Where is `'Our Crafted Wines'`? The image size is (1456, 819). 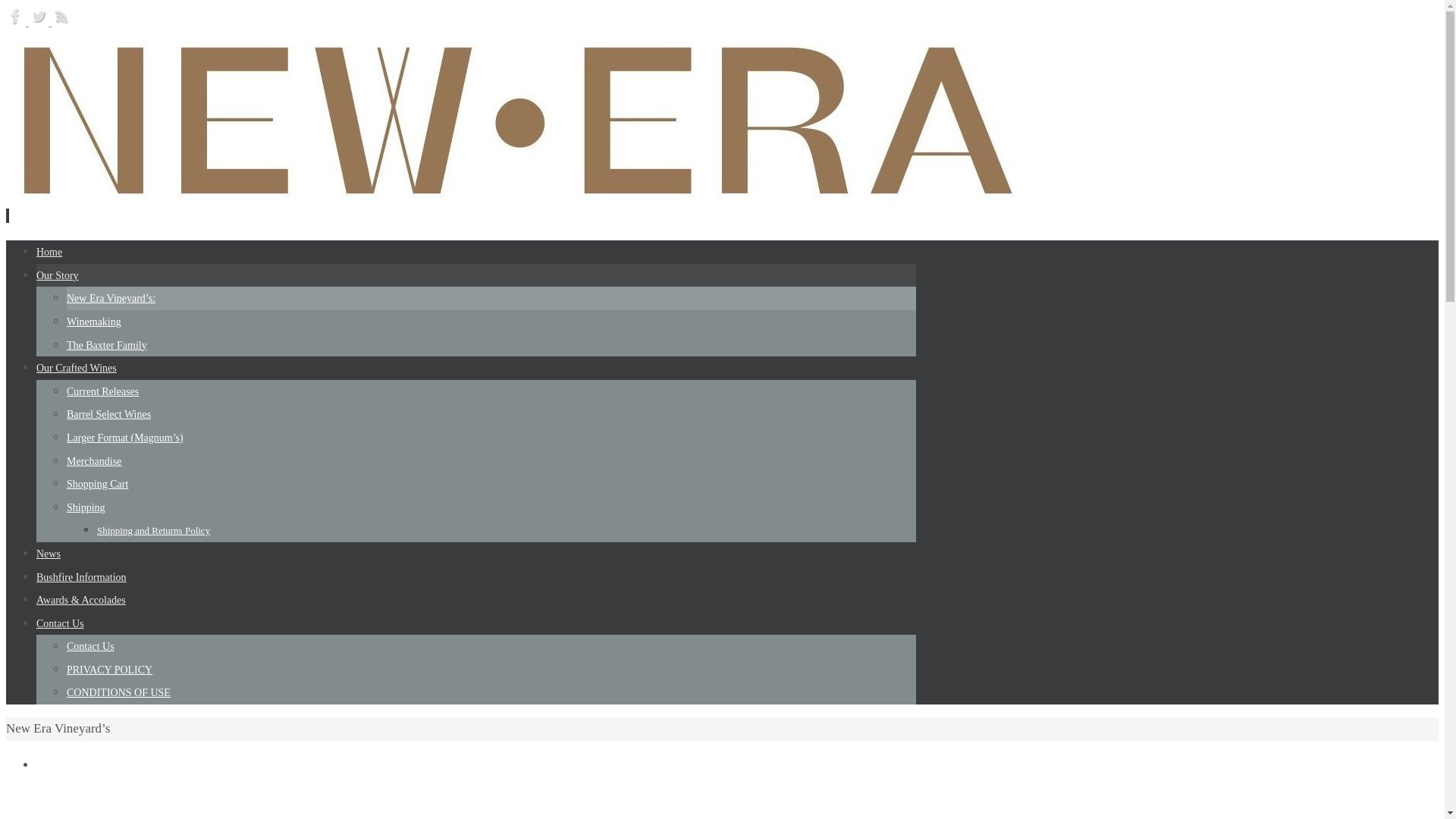 'Our Crafted Wines' is located at coordinates (75, 368).